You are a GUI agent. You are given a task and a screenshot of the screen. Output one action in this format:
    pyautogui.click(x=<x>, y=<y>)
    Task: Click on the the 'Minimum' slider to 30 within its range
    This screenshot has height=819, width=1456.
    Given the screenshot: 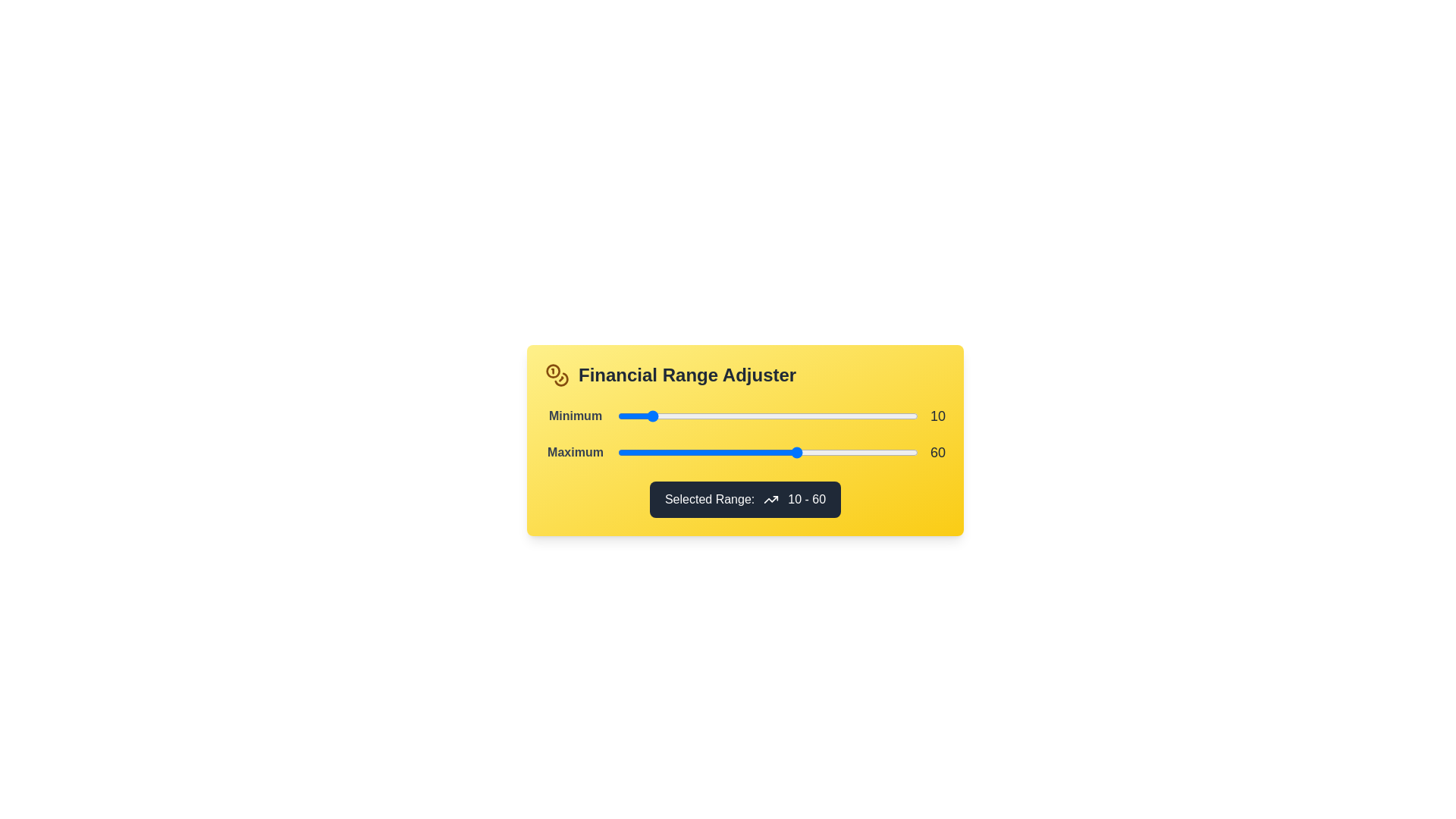 What is the action you would take?
    pyautogui.click(x=707, y=416)
    